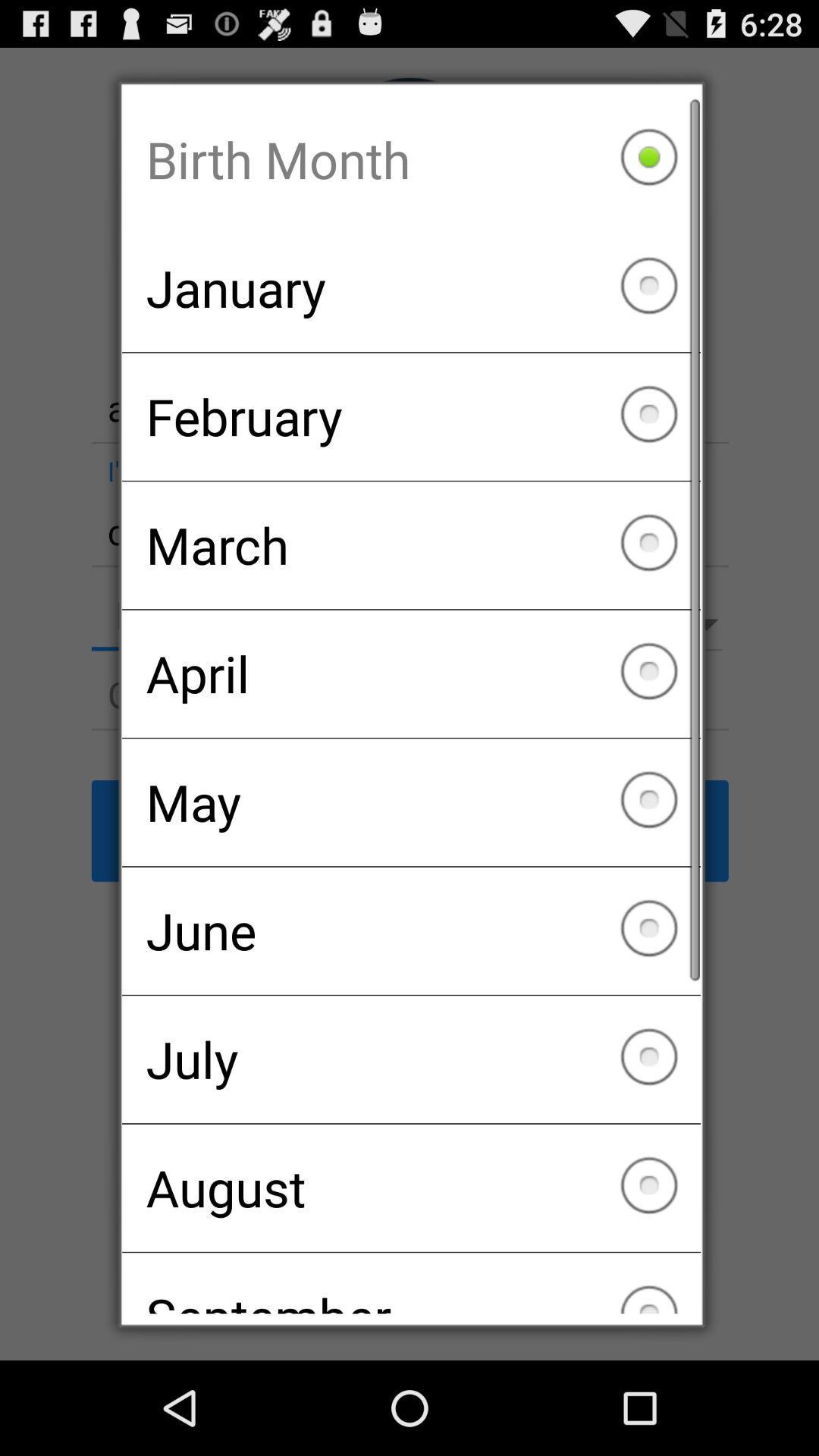  What do you see at coordinates (411, 416) in the screenshot?
I see `february` at bounding box center [411, 416].